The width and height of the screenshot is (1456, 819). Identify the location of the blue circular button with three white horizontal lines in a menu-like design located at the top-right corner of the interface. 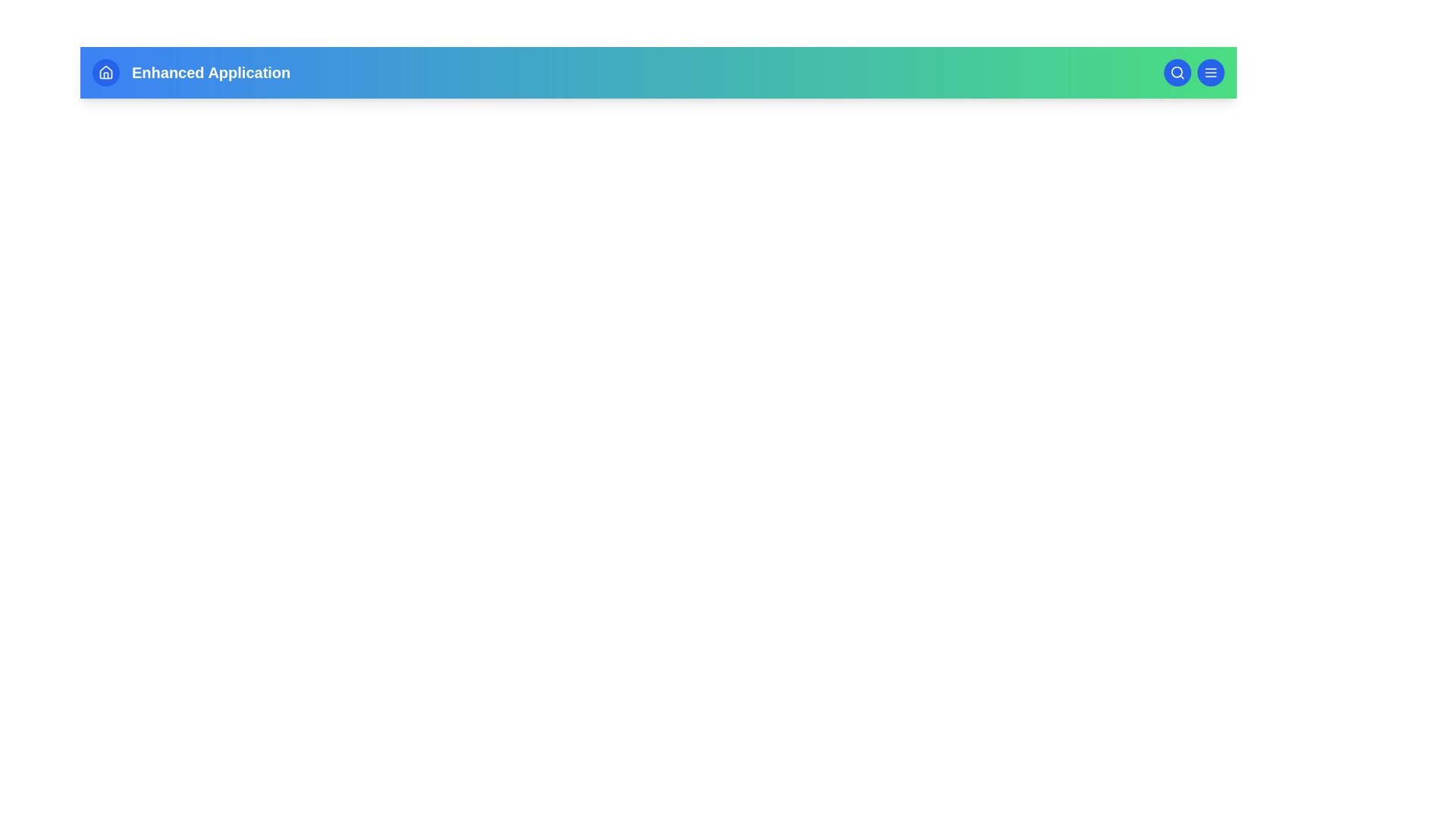
(1210, 73).